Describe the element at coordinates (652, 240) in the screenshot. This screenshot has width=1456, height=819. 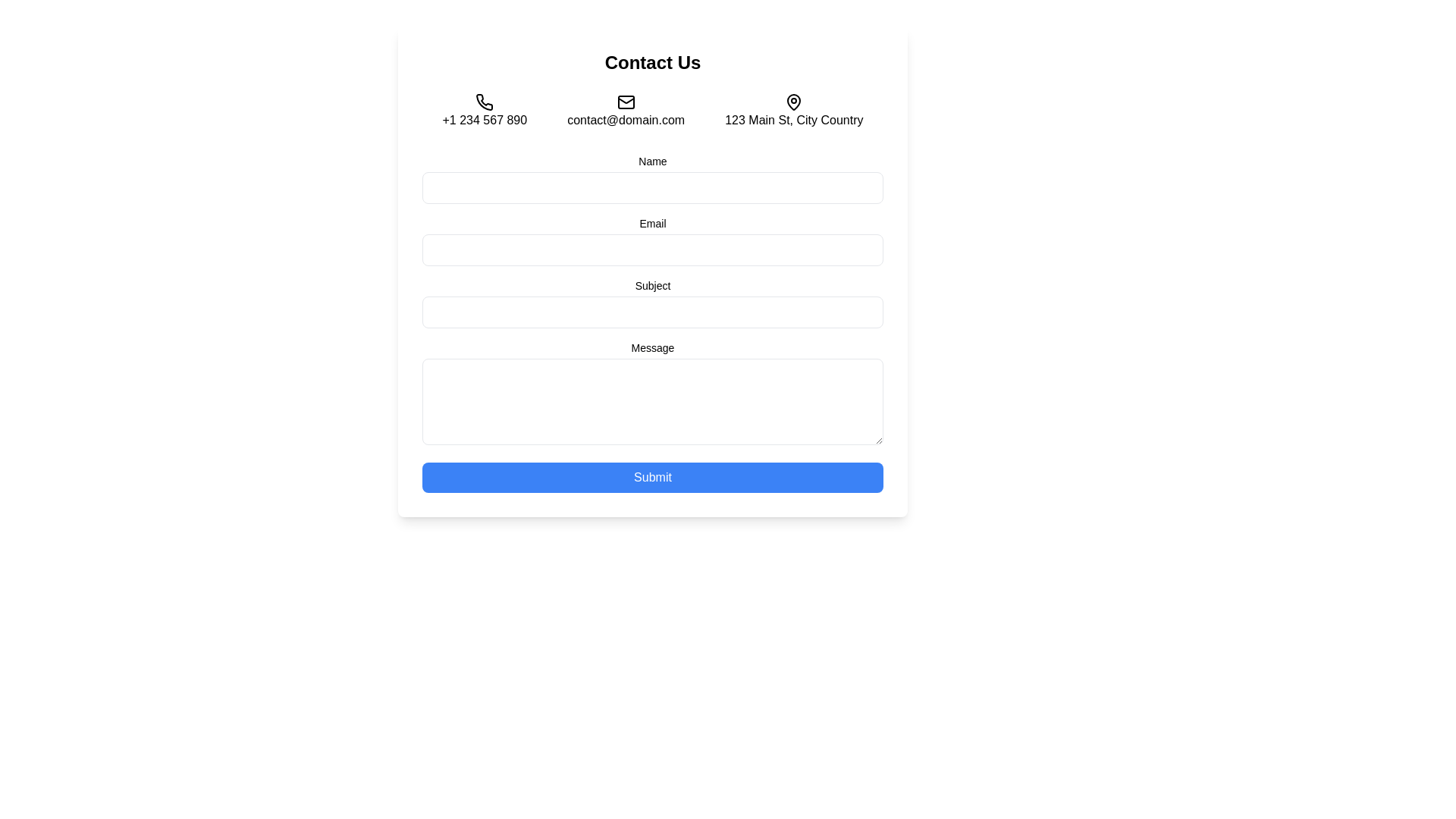
I see `the Email input field located in the form, which is the second input field after the 'Name' input` at that location.